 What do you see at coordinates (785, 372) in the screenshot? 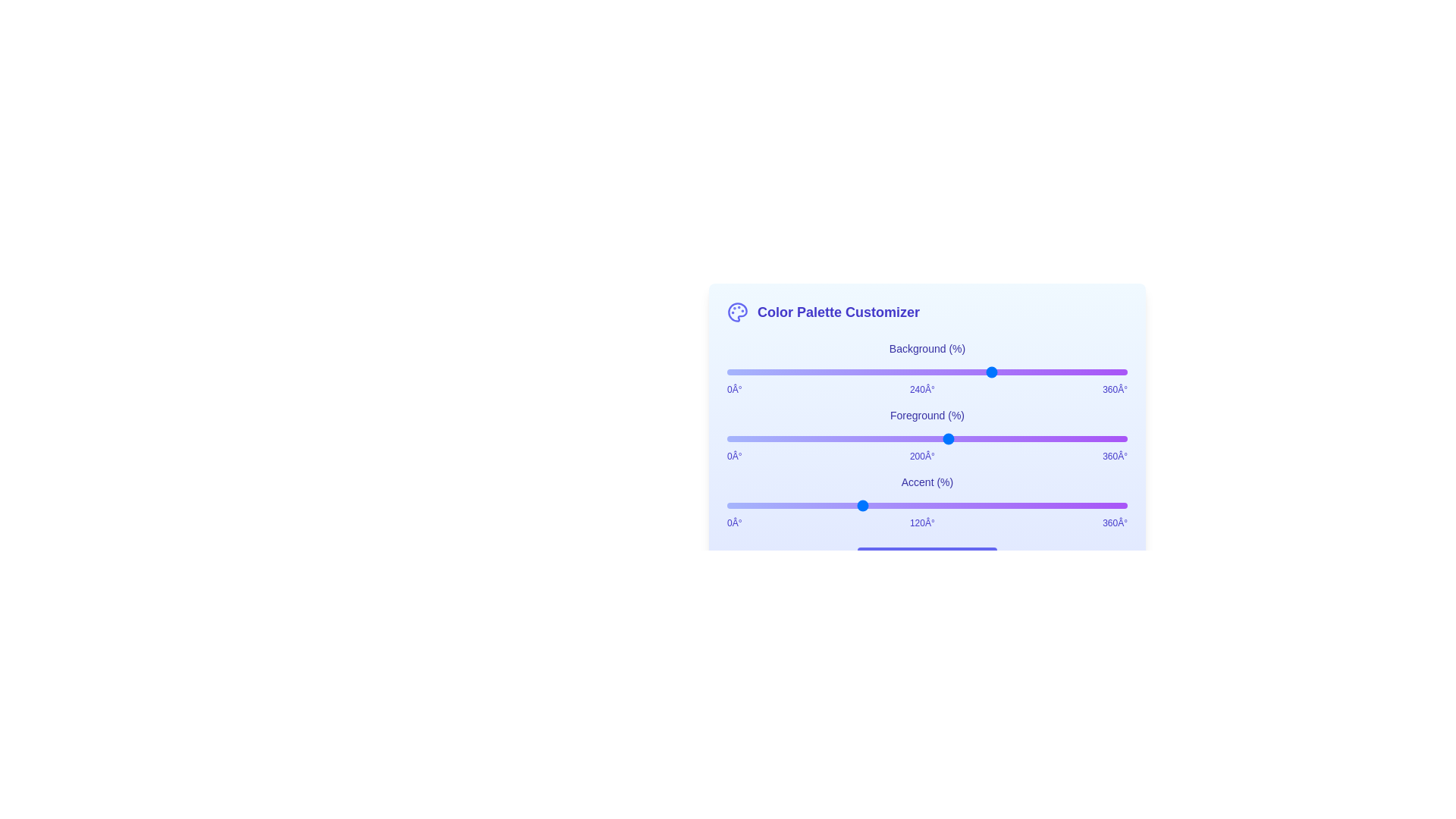
I see `the background color slider to set the hue to 52 degrees` at bounding box center [785, 372].